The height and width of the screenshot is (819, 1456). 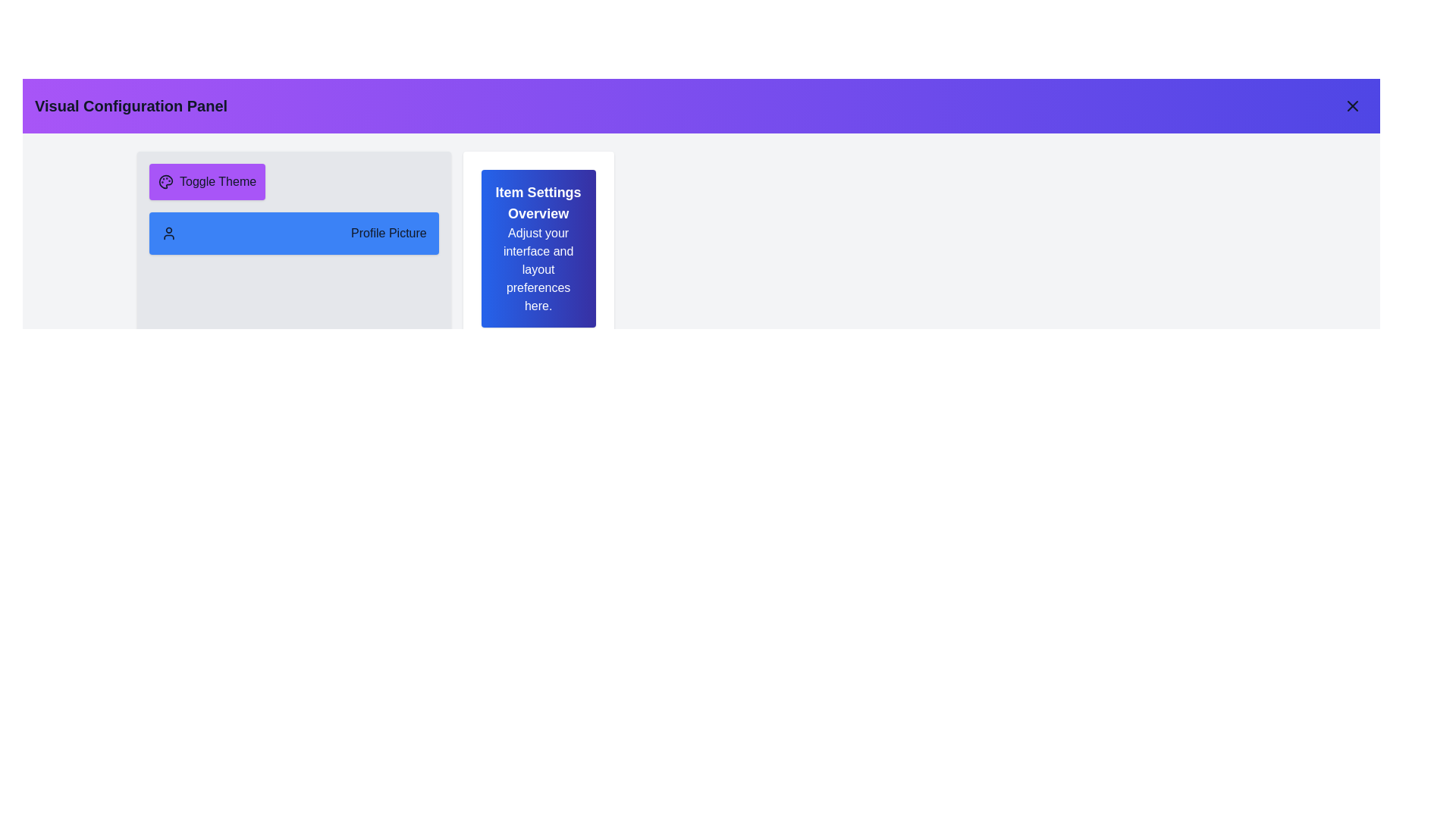 What do you see at coordinates (1353, 105) in the screenshot?
I see `the close button (icon resembling an 'X') located in the top-right corner of the purple header area` at bounding box center [1353, 105].